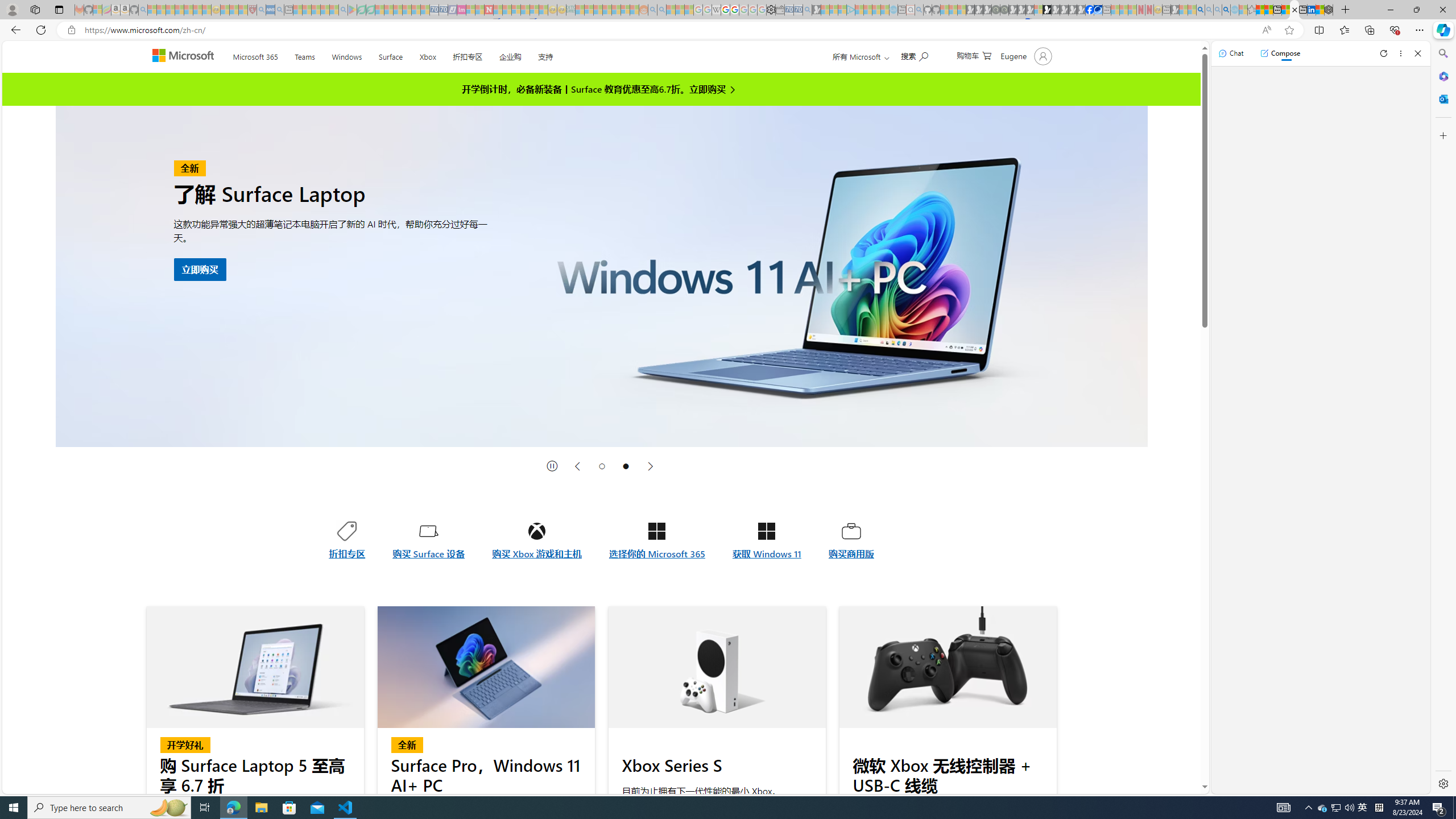 This screenshot has width=1456, height=819. What do you see at coordinates (498, 9) in the screenshot?
I see `'Trusted Community Engagement and Contributions | Guidelines'` at bounding box center [498, 9].